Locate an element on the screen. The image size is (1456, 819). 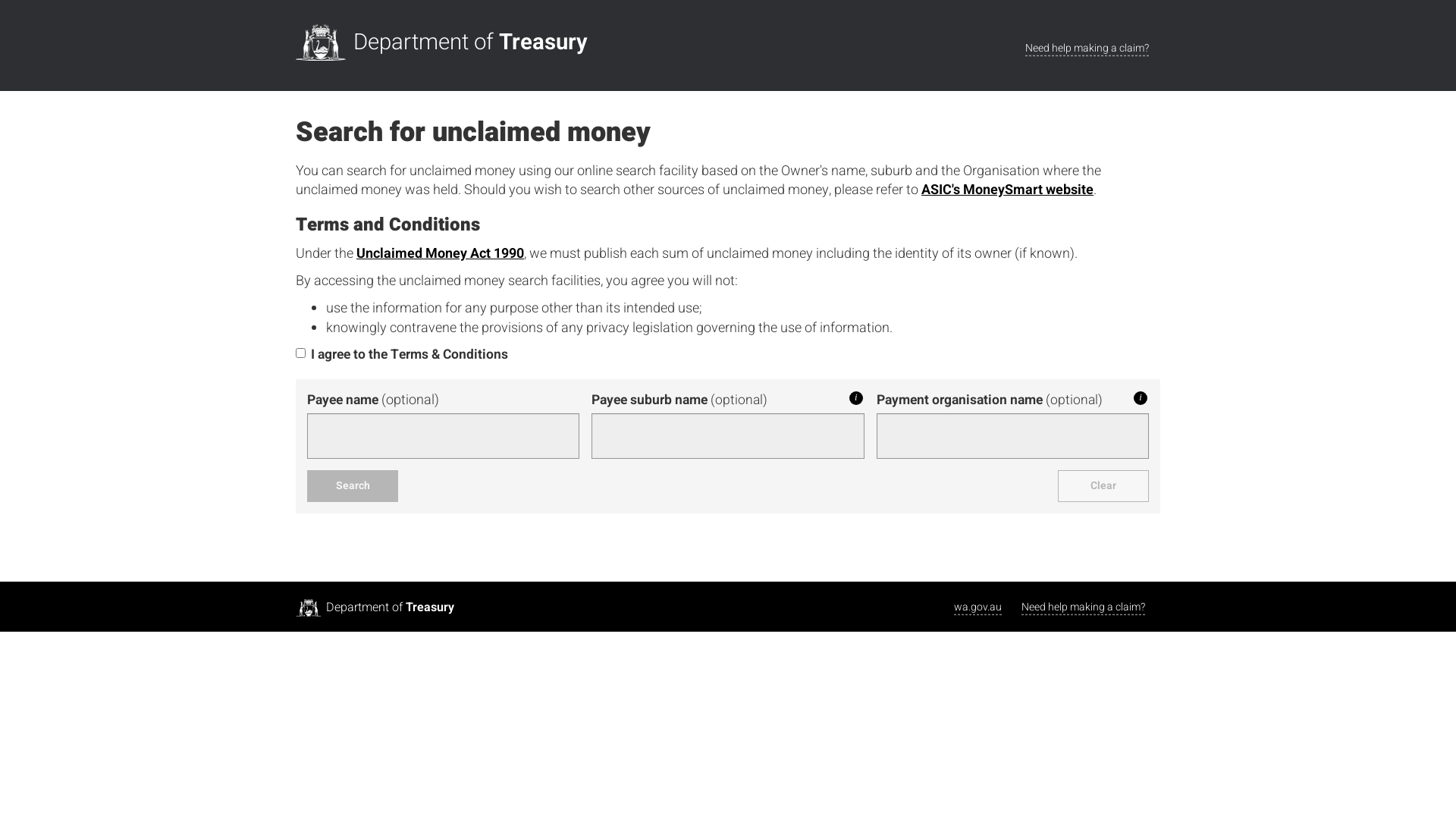
'ASIC's MoneySmart website' is located at coordinates (1007, 189).